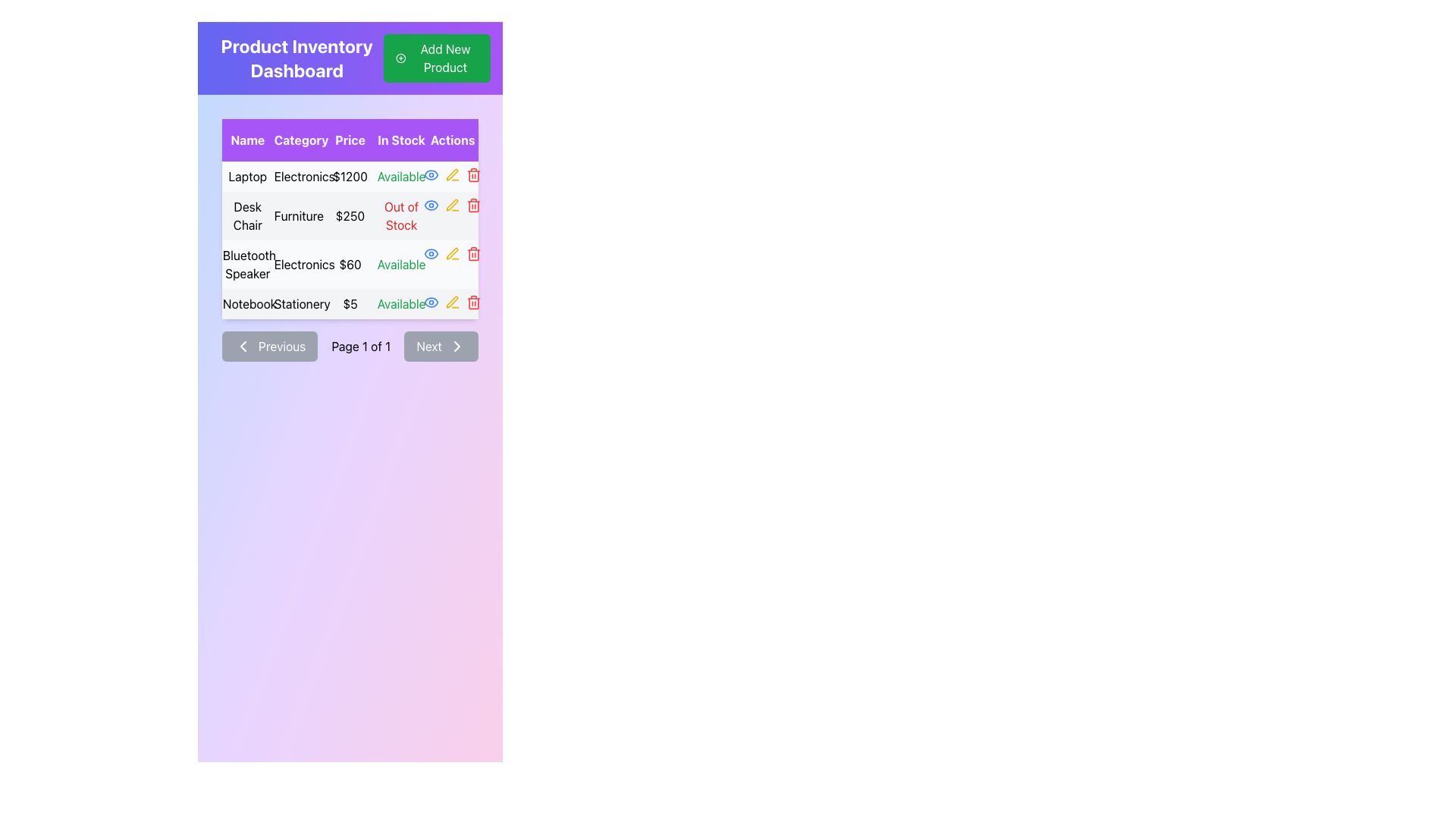 This screenshot has width=1456, height=819. I want to click on the 'Next' button with a gray background and a right-pointing chevron icon, so click(441, 346).